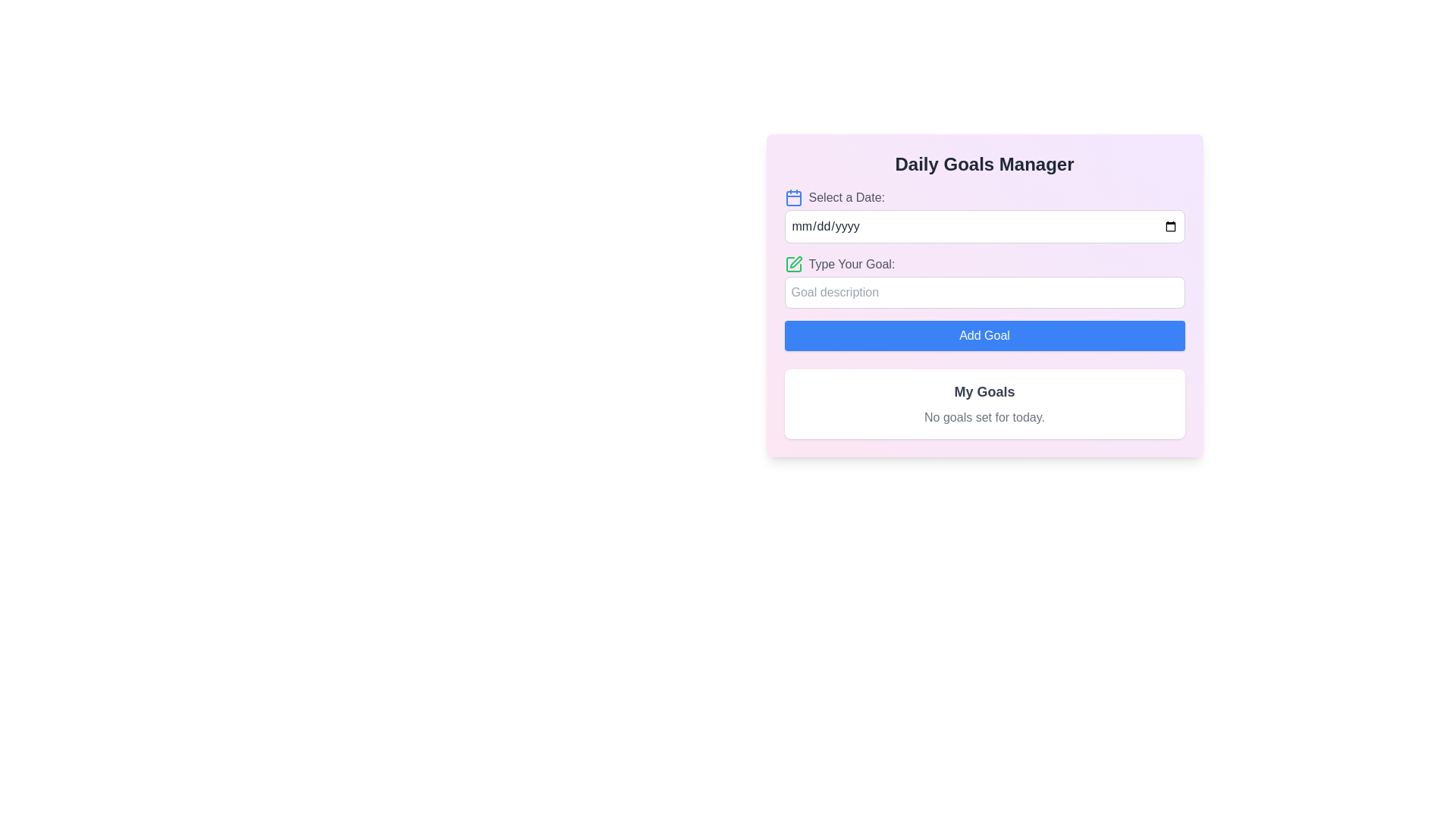 The image size is (1456, 819). Describe the element at coordinates (792, 263) in the screenshot. I see `the edit icon element, which is a green stroke square or rectangle next to the 'Type Your Goal' label` at that location.